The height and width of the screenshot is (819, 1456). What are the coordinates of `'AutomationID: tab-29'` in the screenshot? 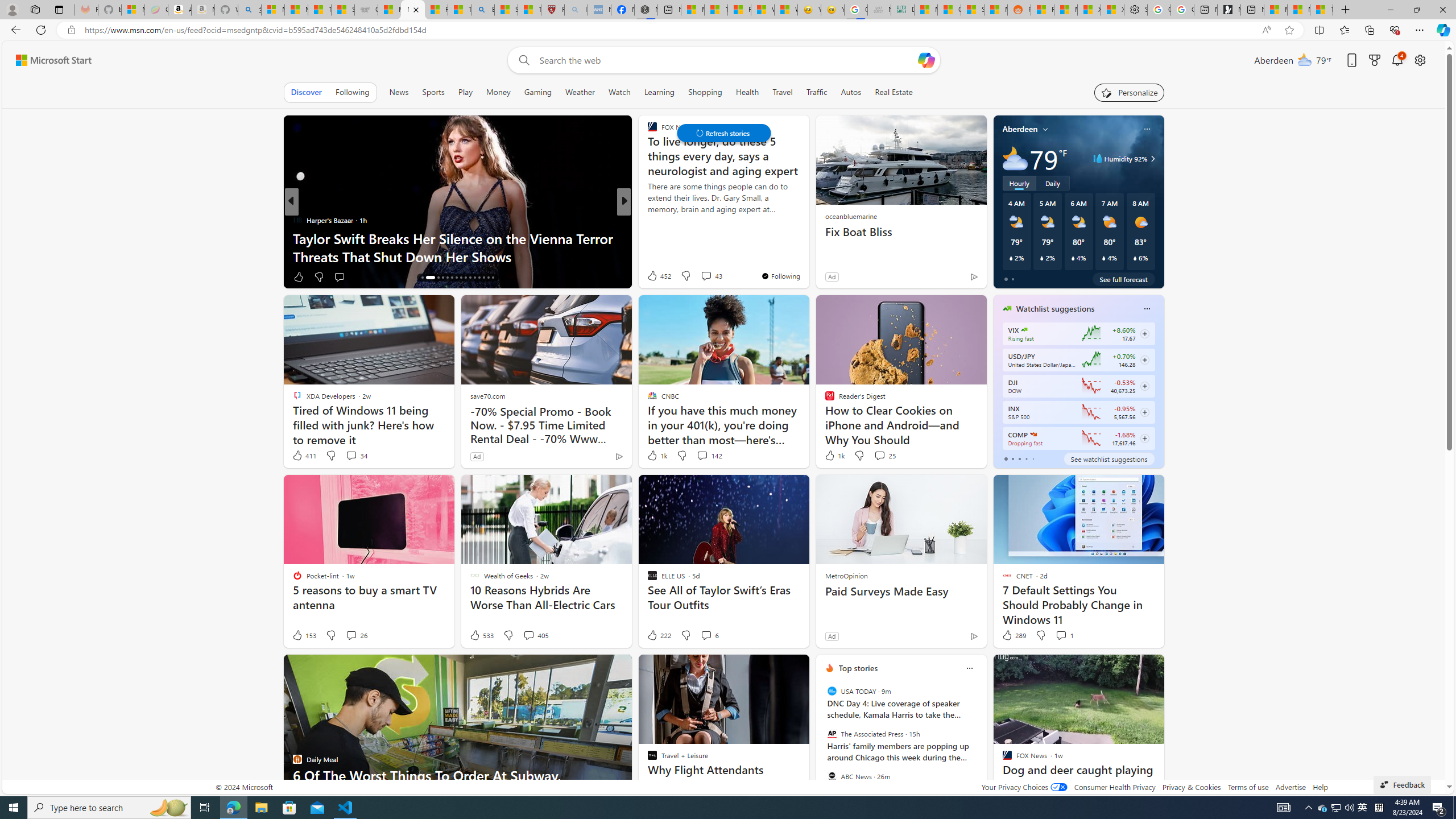 It's located at (487, 277).